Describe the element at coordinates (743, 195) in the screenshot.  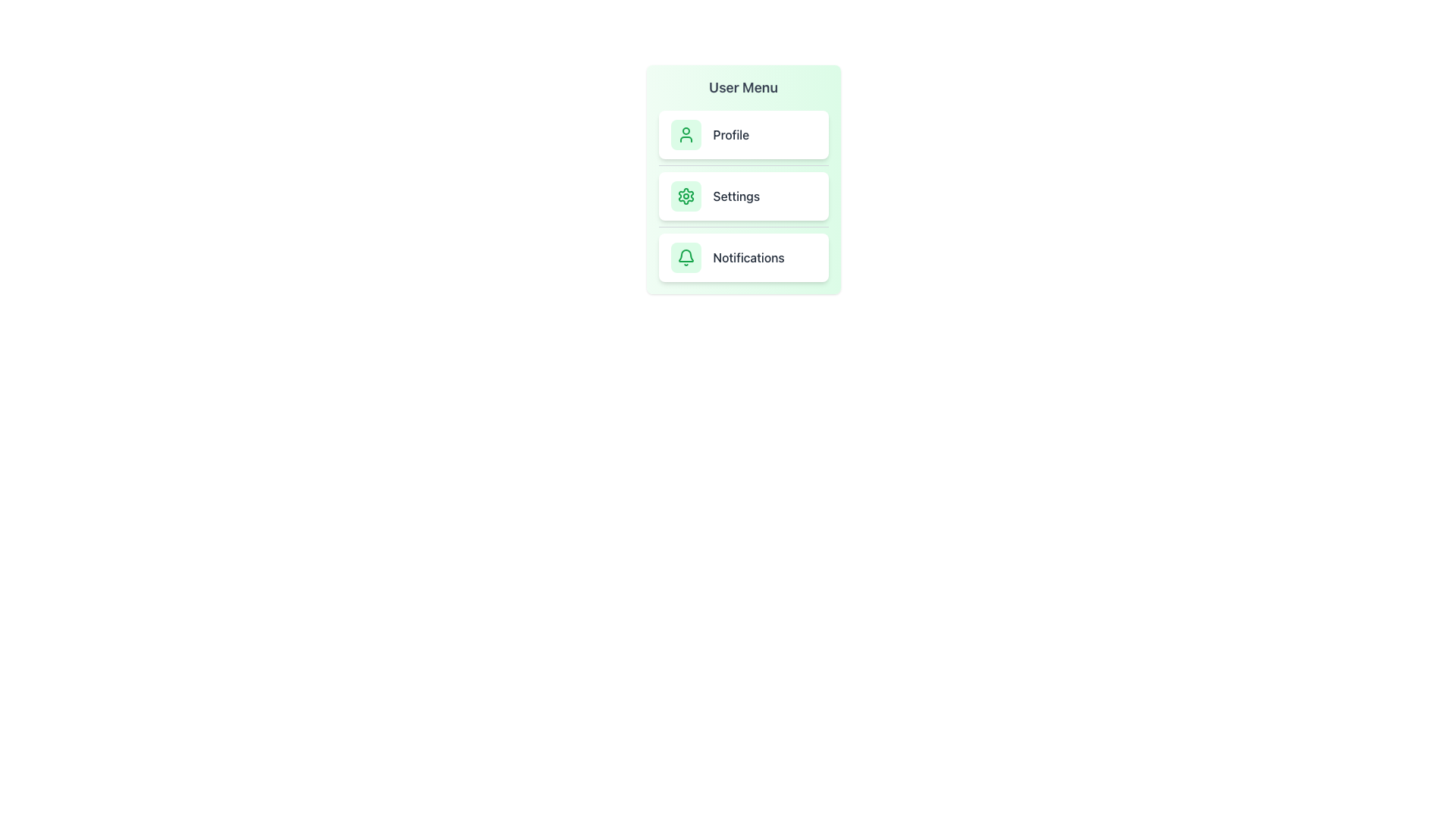
I see `the 'Settings' button in the user menu` at that location.